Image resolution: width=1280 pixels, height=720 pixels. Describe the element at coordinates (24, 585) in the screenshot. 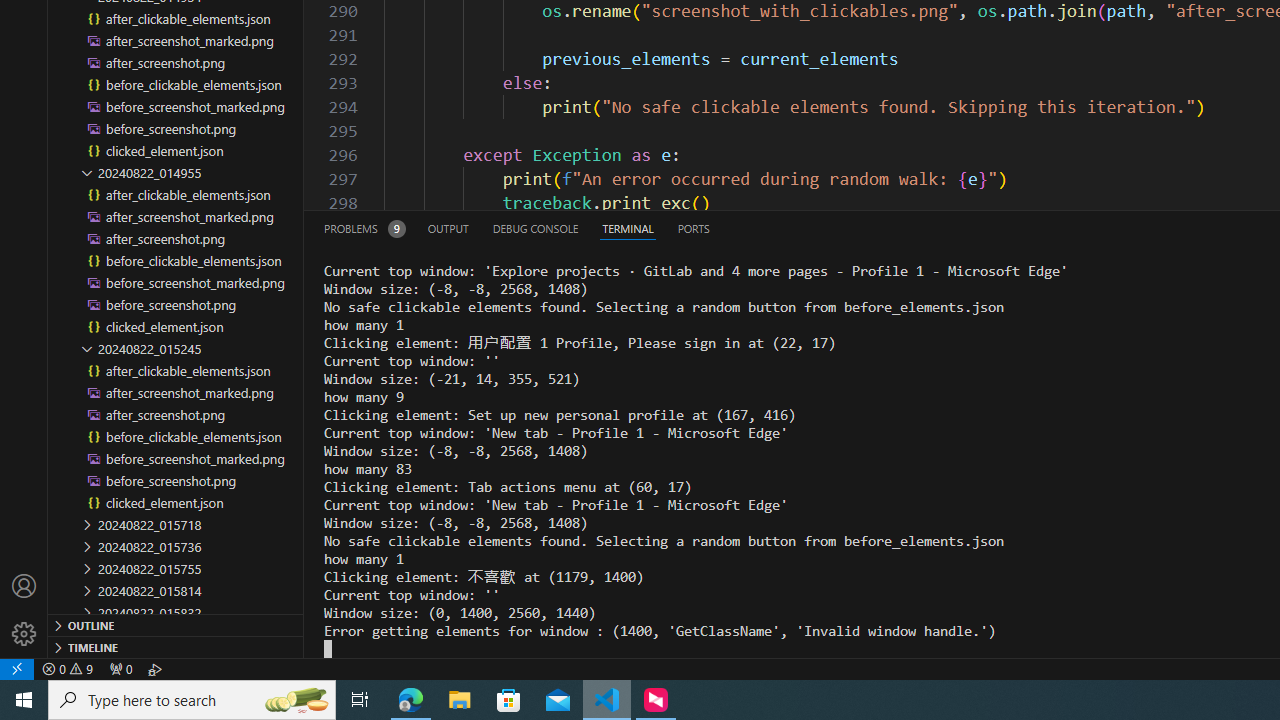

I see `'Accounts'` at that location.